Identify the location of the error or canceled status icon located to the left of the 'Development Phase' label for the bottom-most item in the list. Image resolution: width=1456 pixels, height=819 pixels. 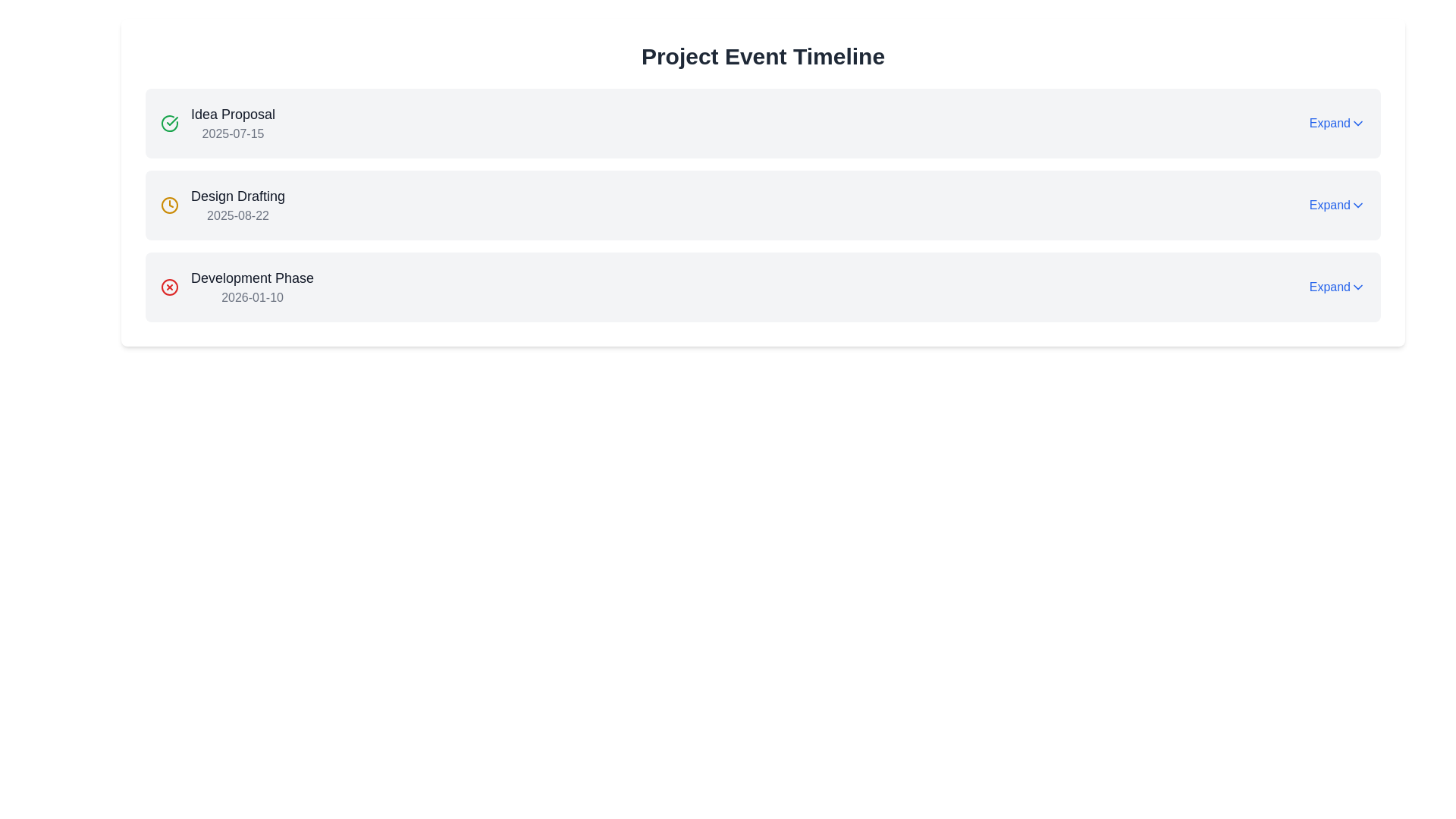
(170, 287).